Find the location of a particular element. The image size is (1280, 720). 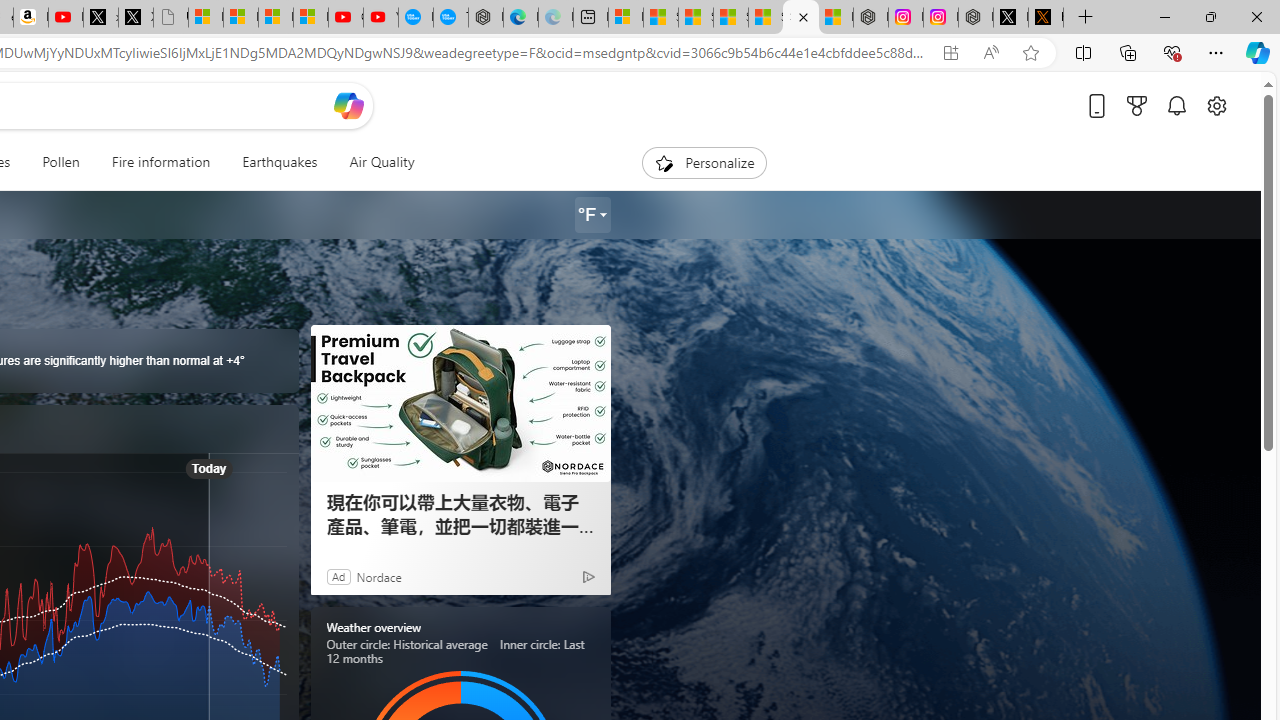

'YouTube Kids - An App Created for Kids to Explore Content' is located at coordinates (380, 17).